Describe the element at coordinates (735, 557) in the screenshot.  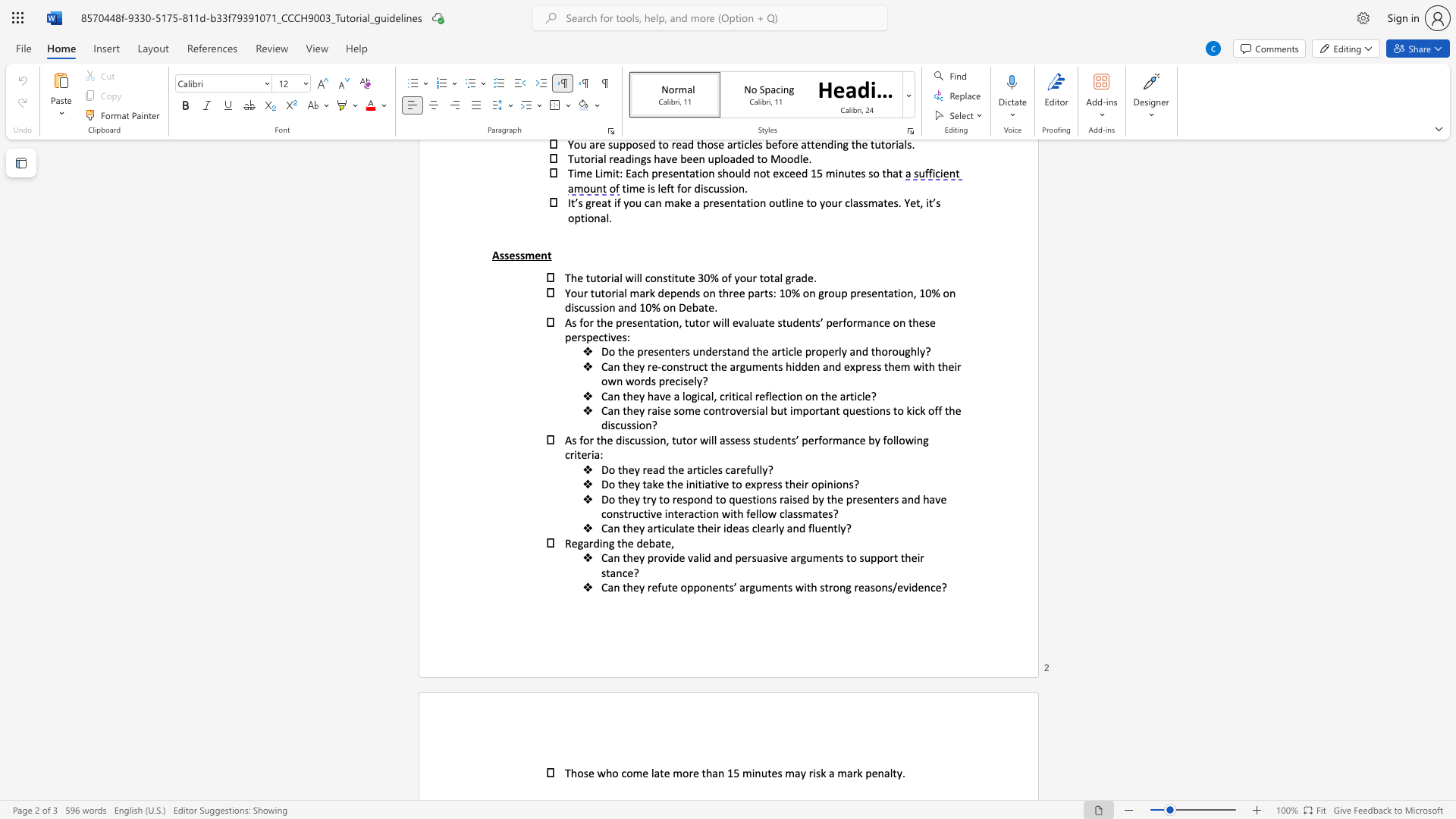
I see `the subset text "persuasive arguments to support their st" within the text "Can they provide valid and persuasive arguments to support their stance?"` at that location.